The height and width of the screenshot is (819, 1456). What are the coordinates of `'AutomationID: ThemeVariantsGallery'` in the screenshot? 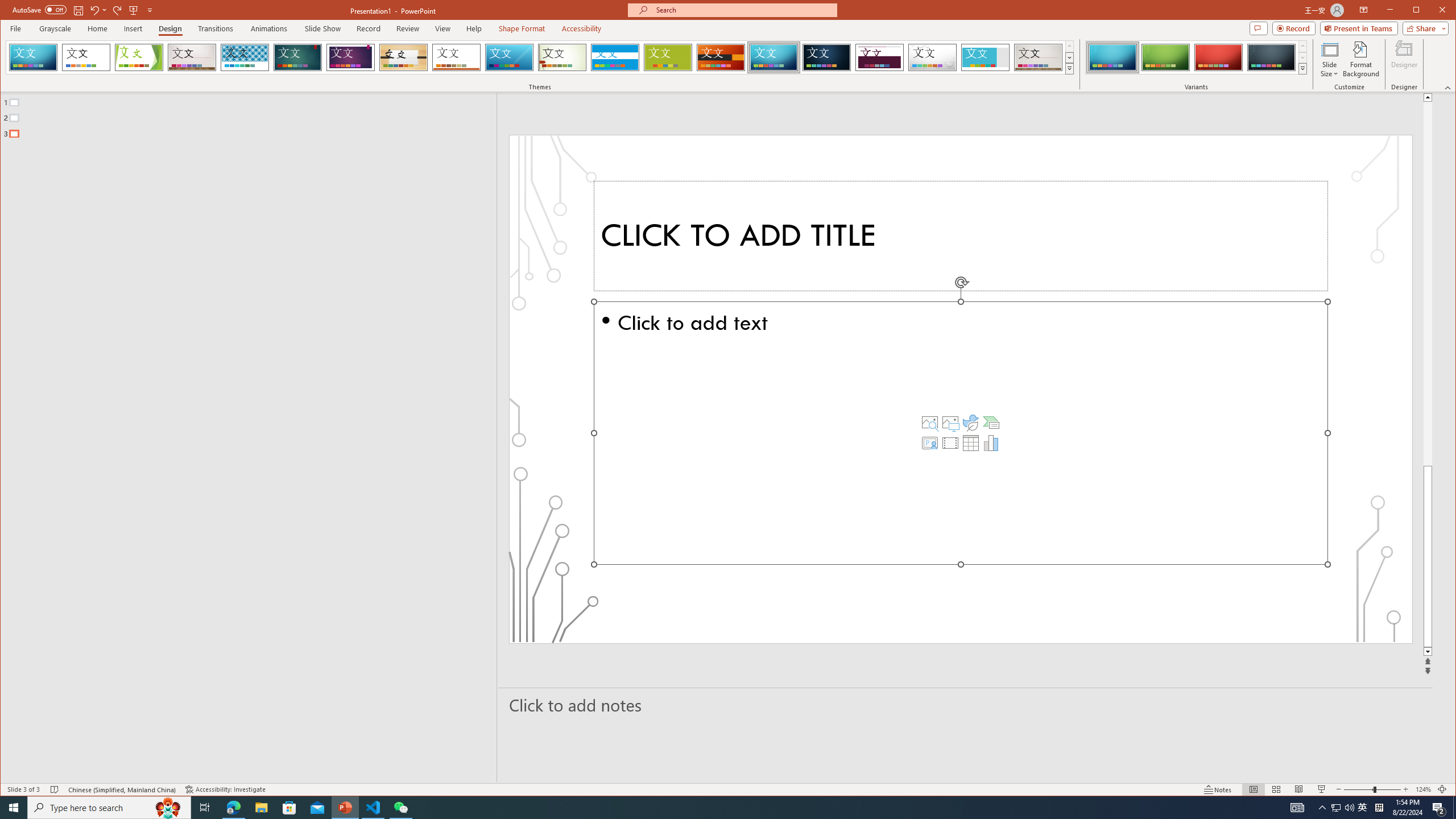 It's located at (1196, 56).